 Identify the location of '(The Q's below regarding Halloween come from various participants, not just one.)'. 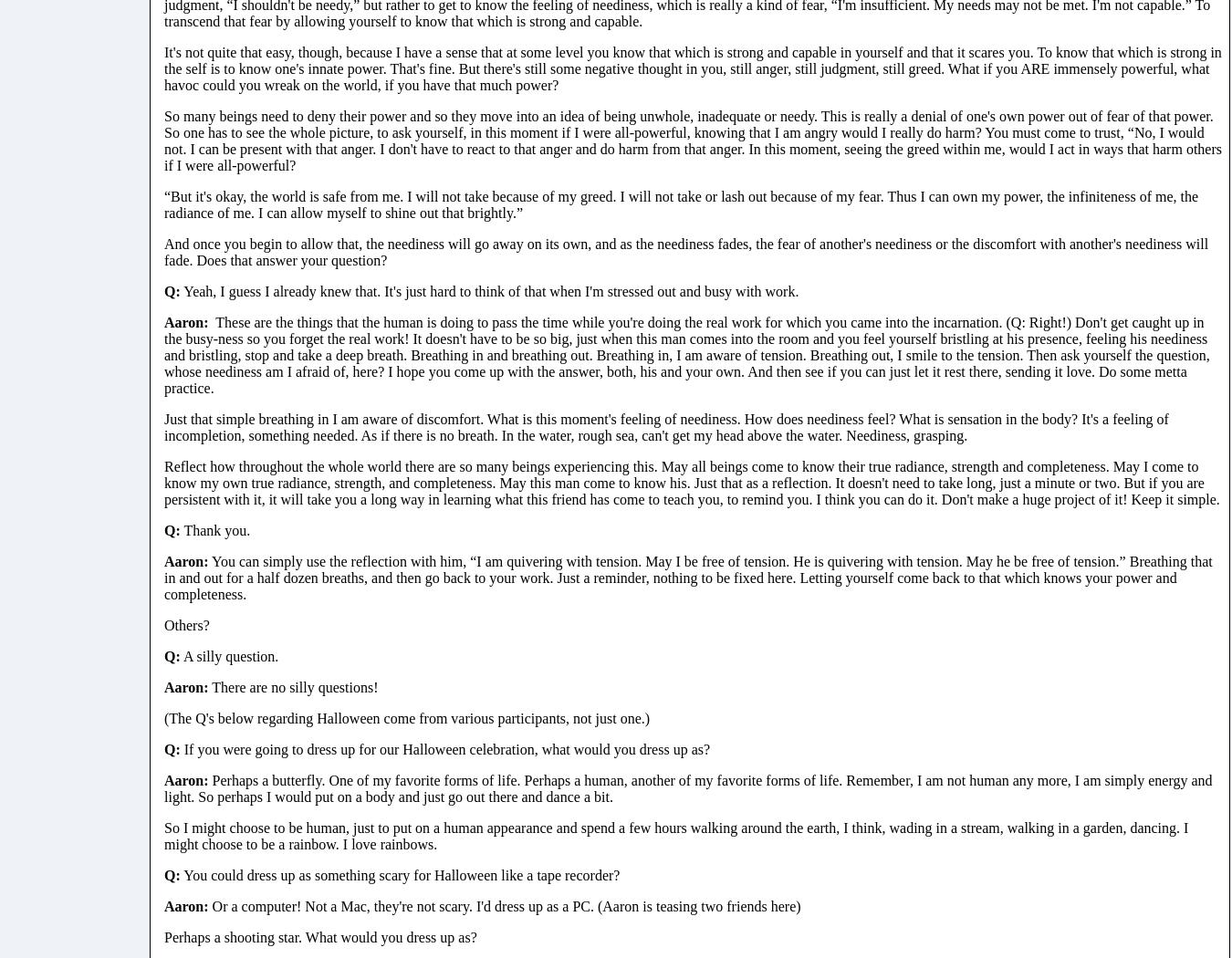
(407, 717).